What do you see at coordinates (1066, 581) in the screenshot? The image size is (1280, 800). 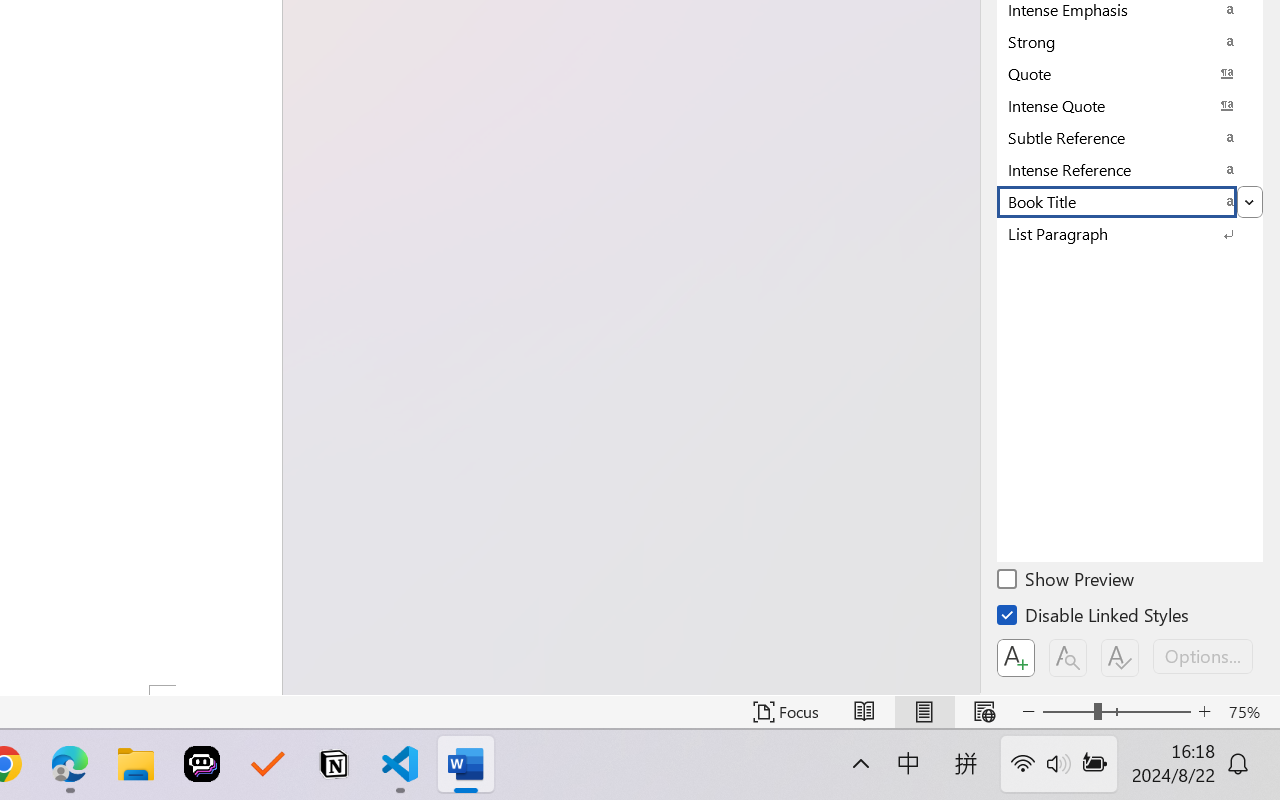 I see `'Show Preview'` at bounding box center [1066, 581].